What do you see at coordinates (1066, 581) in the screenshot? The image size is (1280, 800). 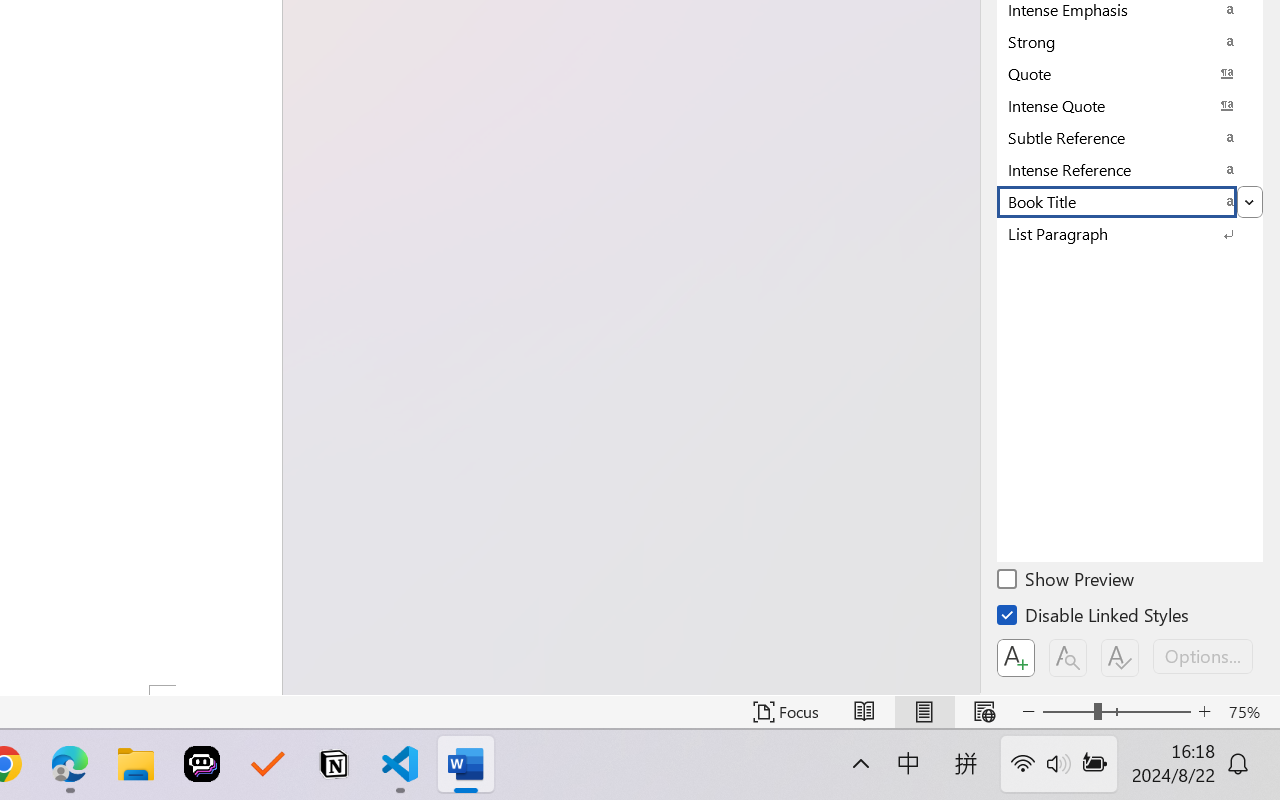 I see `'Show Preview'` at bounding box center [1066, 581].